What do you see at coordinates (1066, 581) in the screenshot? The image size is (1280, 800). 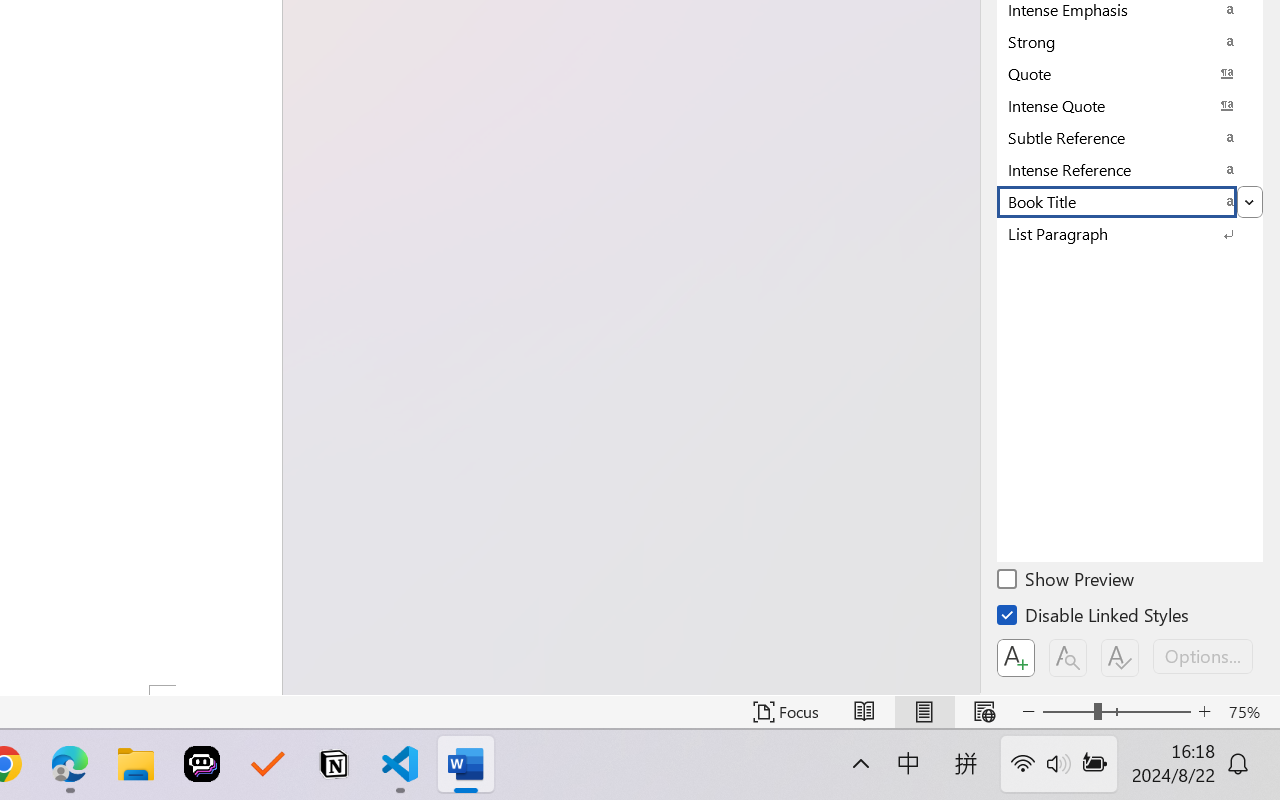 I see `'Show Preview'` at bounding box center [1066, 581].